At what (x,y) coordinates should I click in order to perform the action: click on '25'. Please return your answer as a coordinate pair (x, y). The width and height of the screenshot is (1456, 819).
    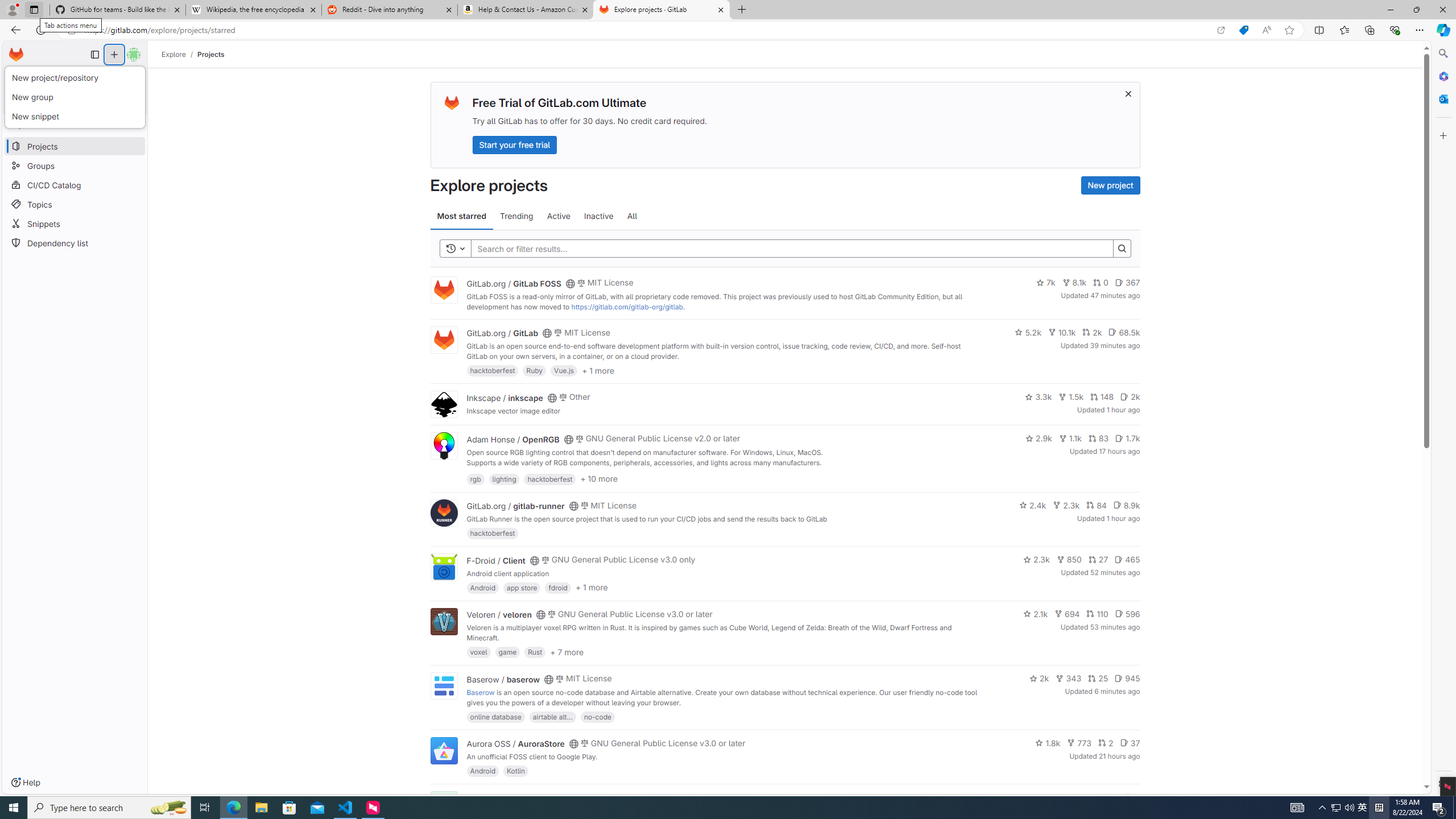
    Looking at the image, I should click on (1097, 678).